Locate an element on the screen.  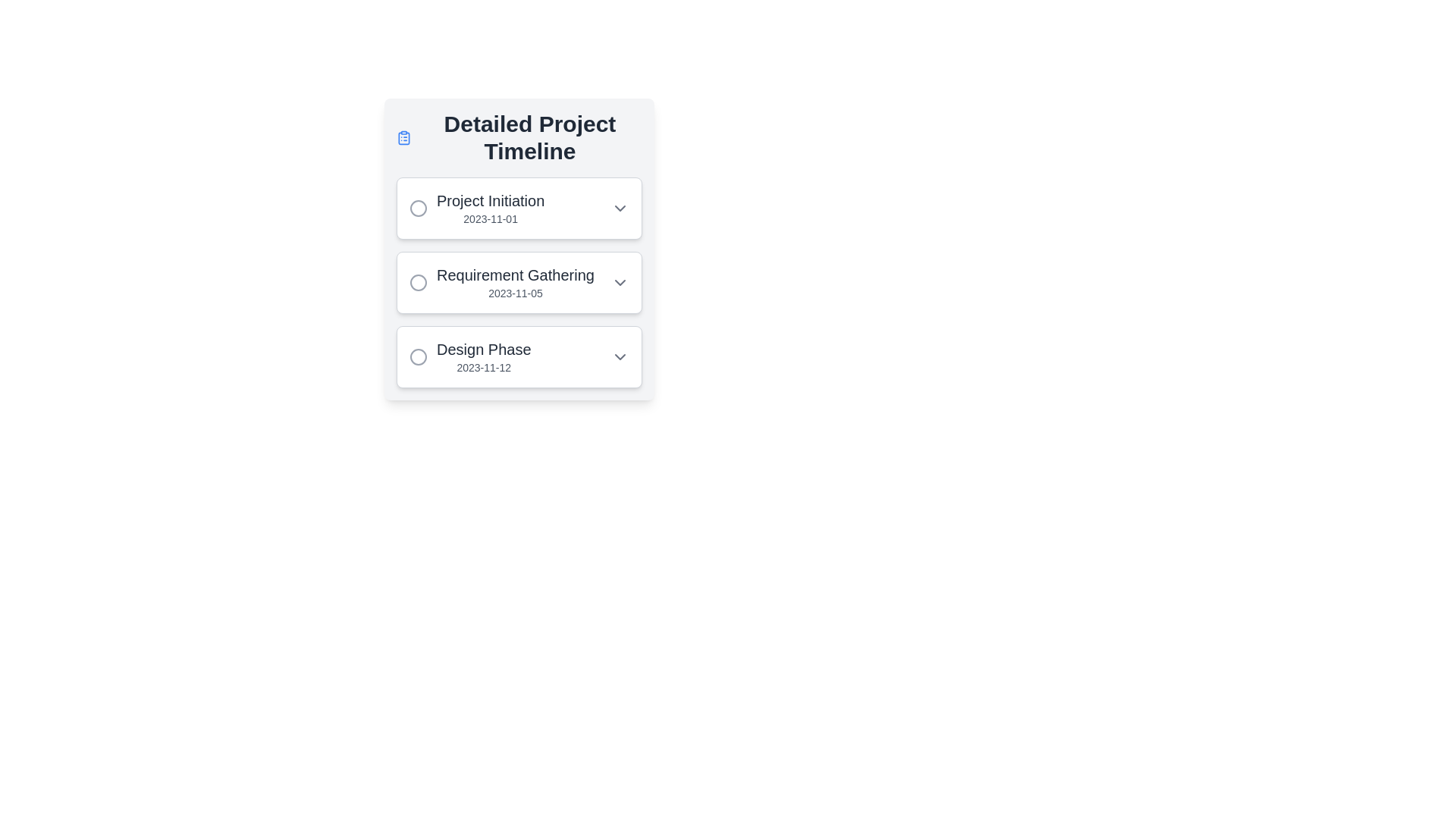
the SVG circle element that indicates the 'Design Phase' in the project timeline is located at coordinates (419, 356).